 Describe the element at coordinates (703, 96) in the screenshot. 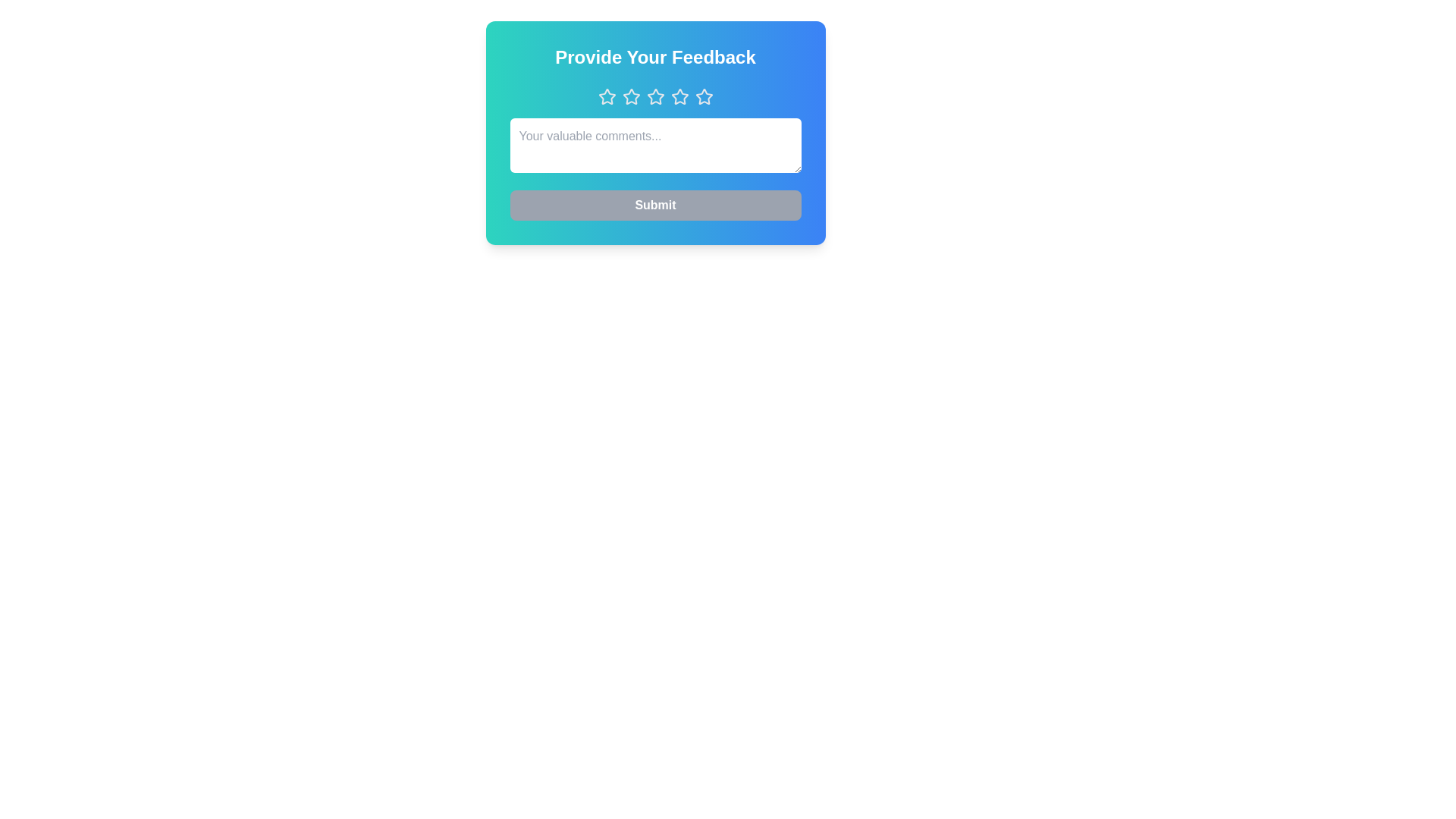

I see `the star button corresponding to the desired rating 5` at that location.